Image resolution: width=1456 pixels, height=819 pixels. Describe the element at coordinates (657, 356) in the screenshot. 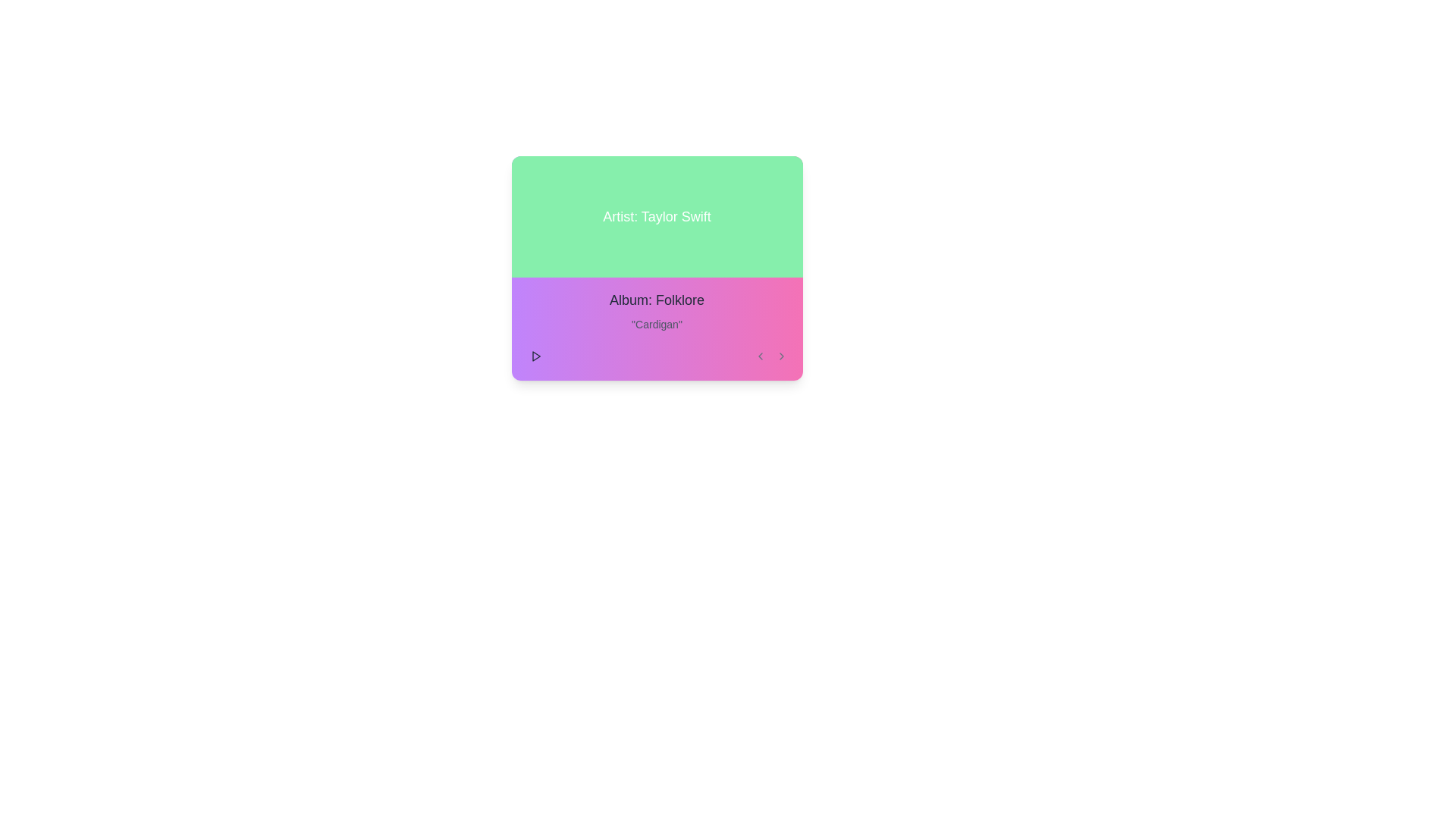

I see `the control bar at the bottom of the album details section labeled 'Album: Folklore'` at that location.